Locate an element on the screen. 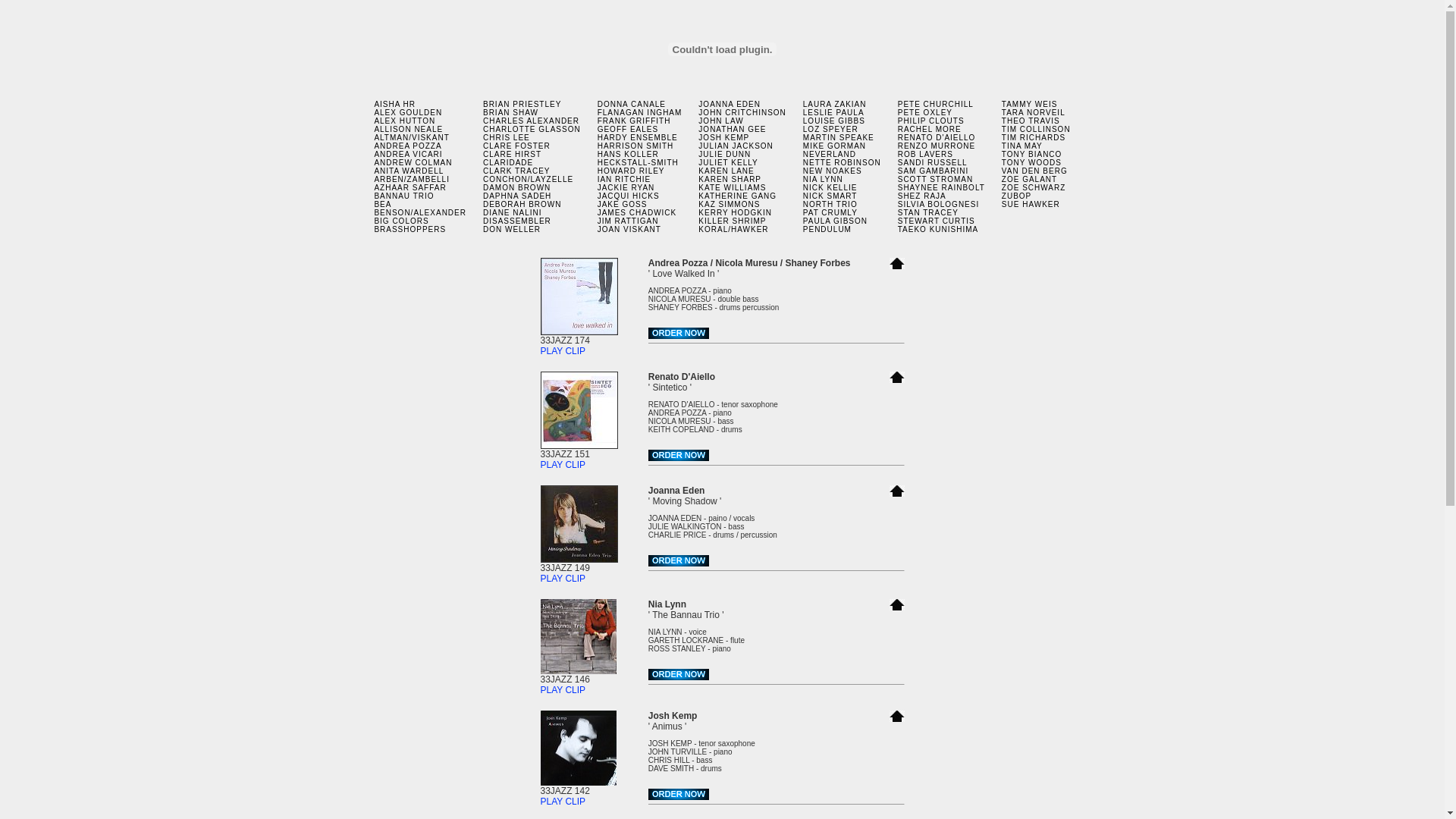 The height and width of the screenshot is (819, 1456). 'SHAYNEE RAINBOLT' is located at coordinates (940, 187).